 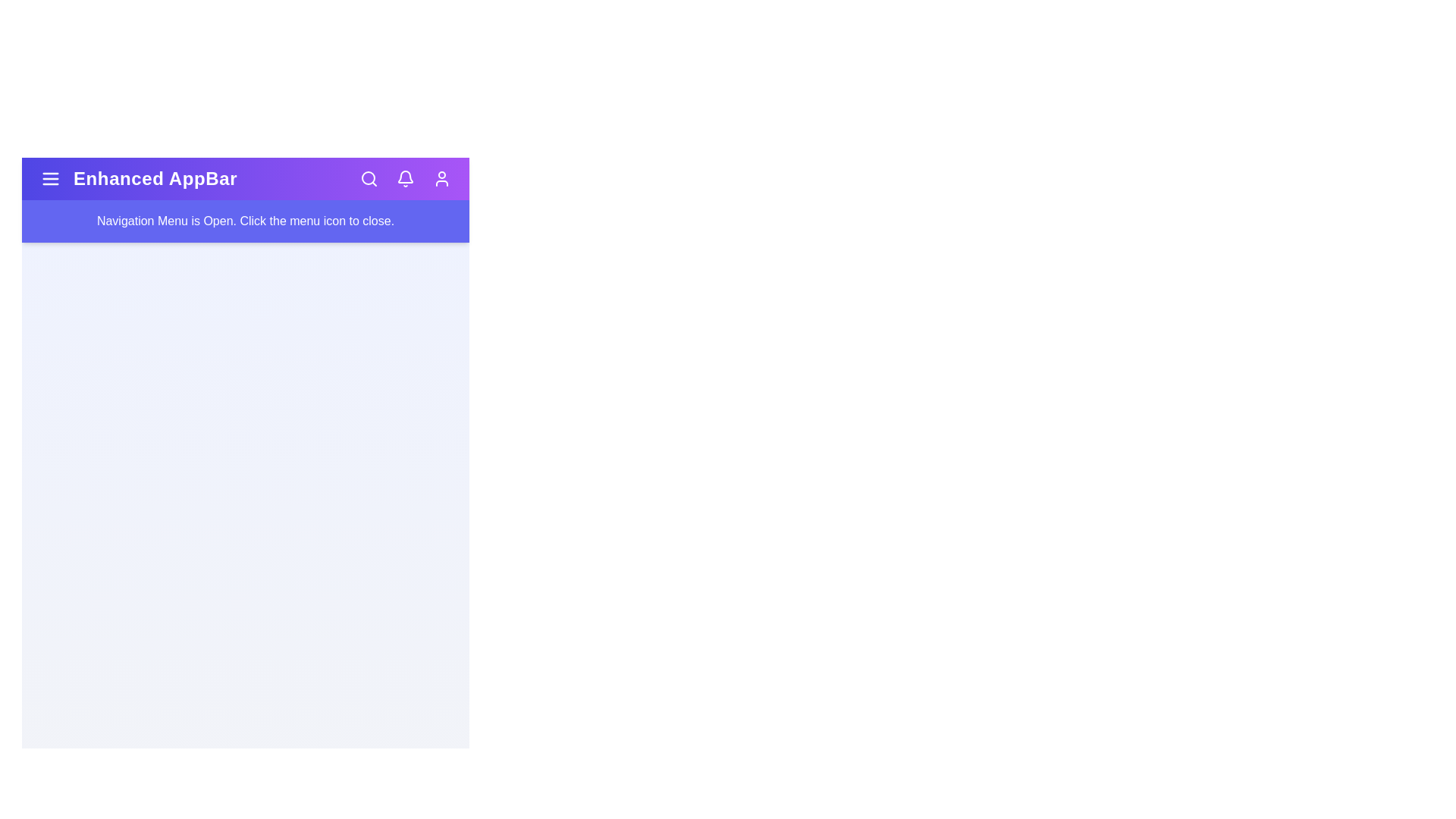 I want to click on the notification icon to view notifications, so click(x=405, y=177).